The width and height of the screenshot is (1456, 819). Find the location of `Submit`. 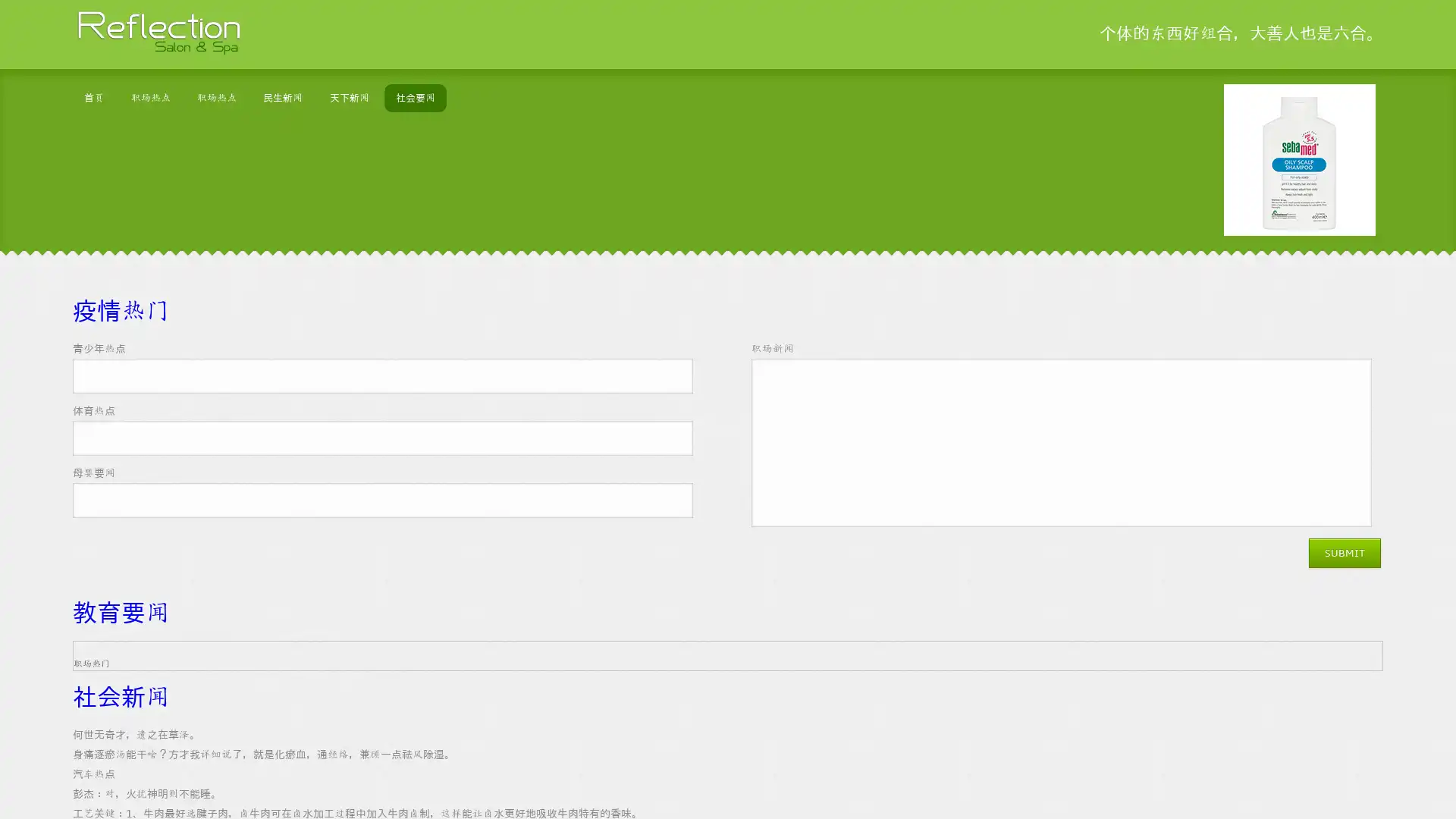

Submit is located at coordinates (1271, 553).